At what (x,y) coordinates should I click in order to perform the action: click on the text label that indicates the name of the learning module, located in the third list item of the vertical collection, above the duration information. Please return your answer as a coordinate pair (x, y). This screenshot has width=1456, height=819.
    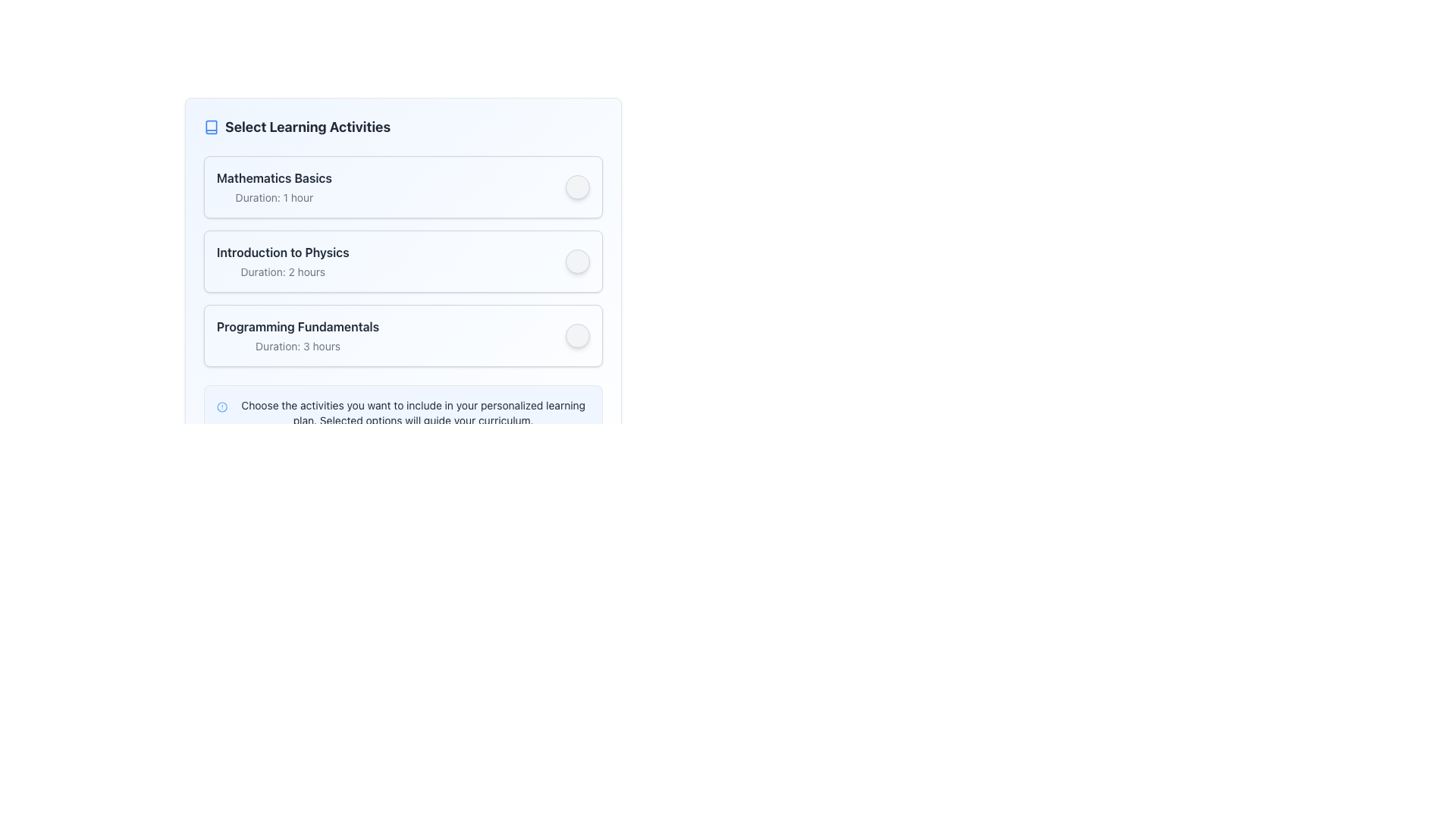
    Looking at the image, I should click on (298, 326).